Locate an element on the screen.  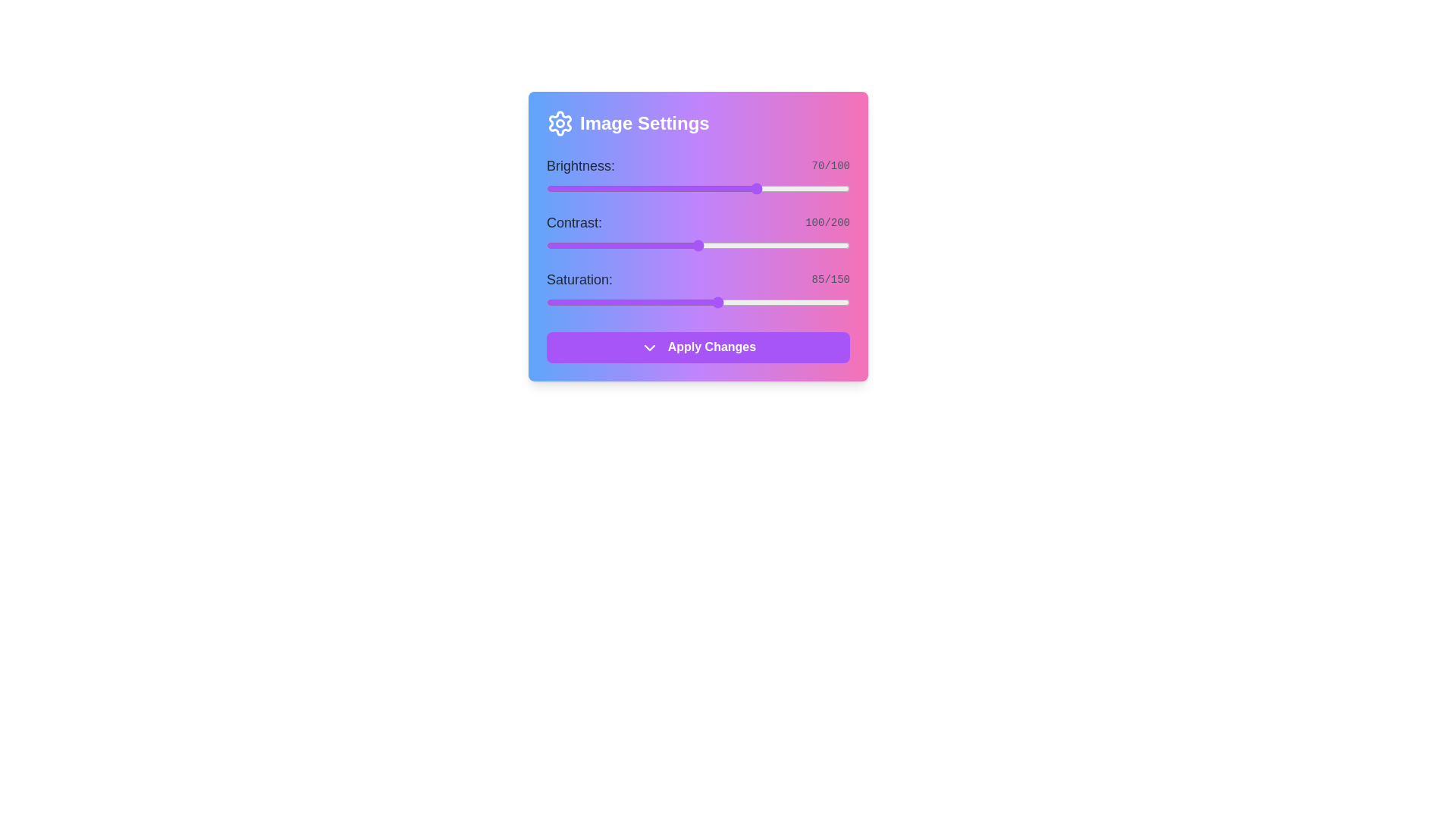
the contrast slider to 156 value is located at coordinates (783, 245).